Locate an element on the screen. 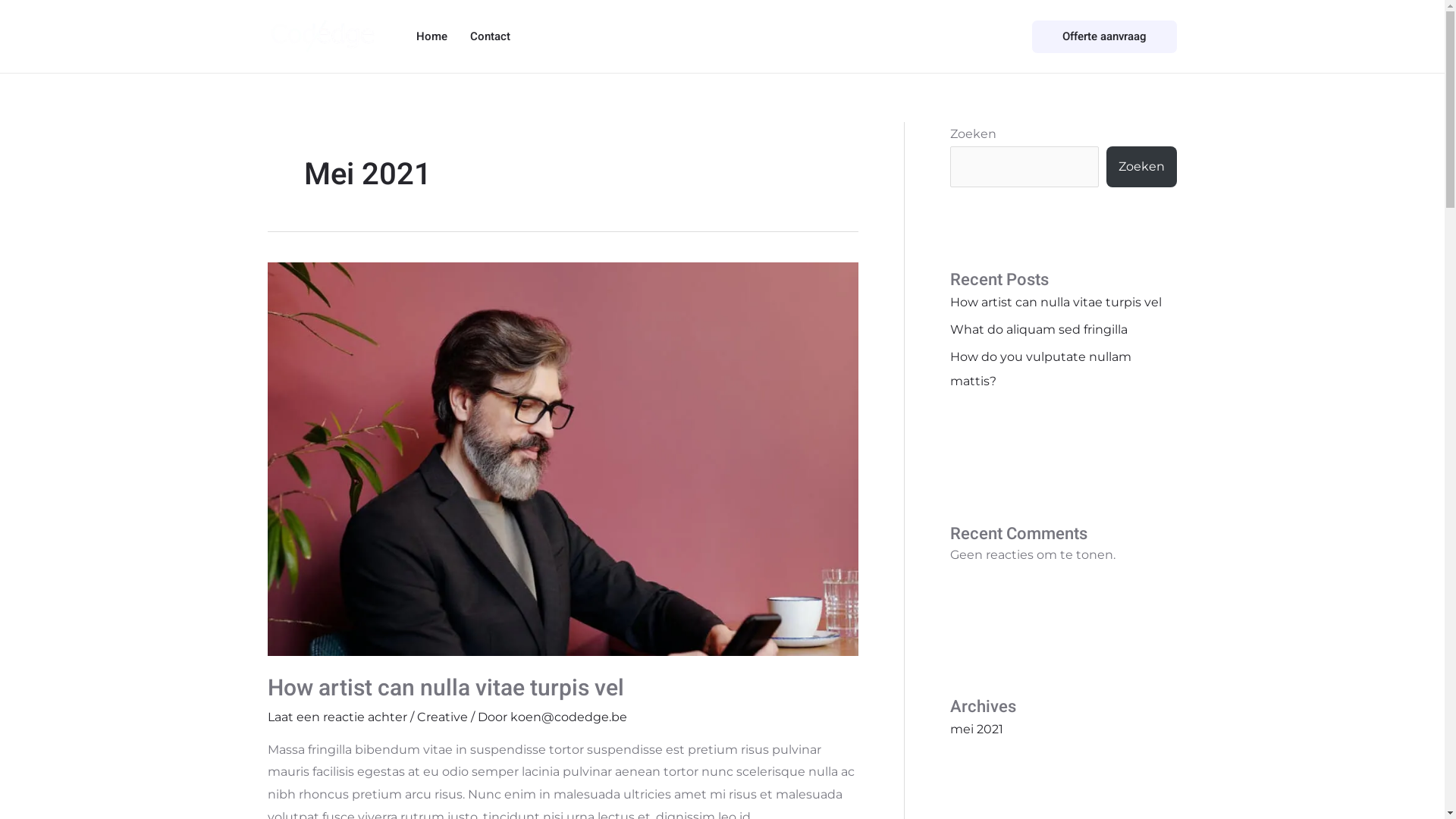 This screenshot has height=819, width=1456. 'Offerte aanvraag' is located at coordinates (1104, 36).